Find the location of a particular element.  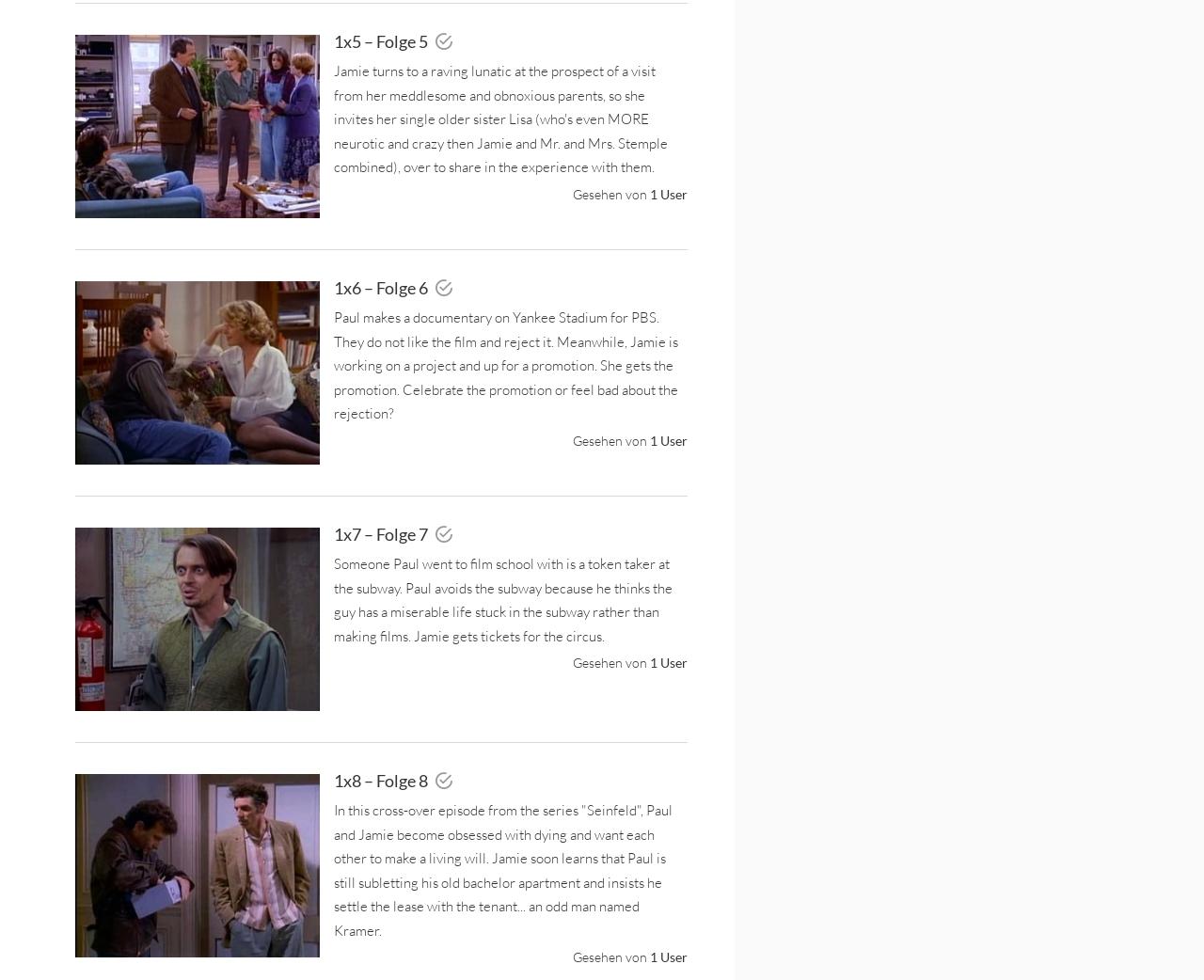

'1x5 – Folge 5' is located at coordinates (381, 40).